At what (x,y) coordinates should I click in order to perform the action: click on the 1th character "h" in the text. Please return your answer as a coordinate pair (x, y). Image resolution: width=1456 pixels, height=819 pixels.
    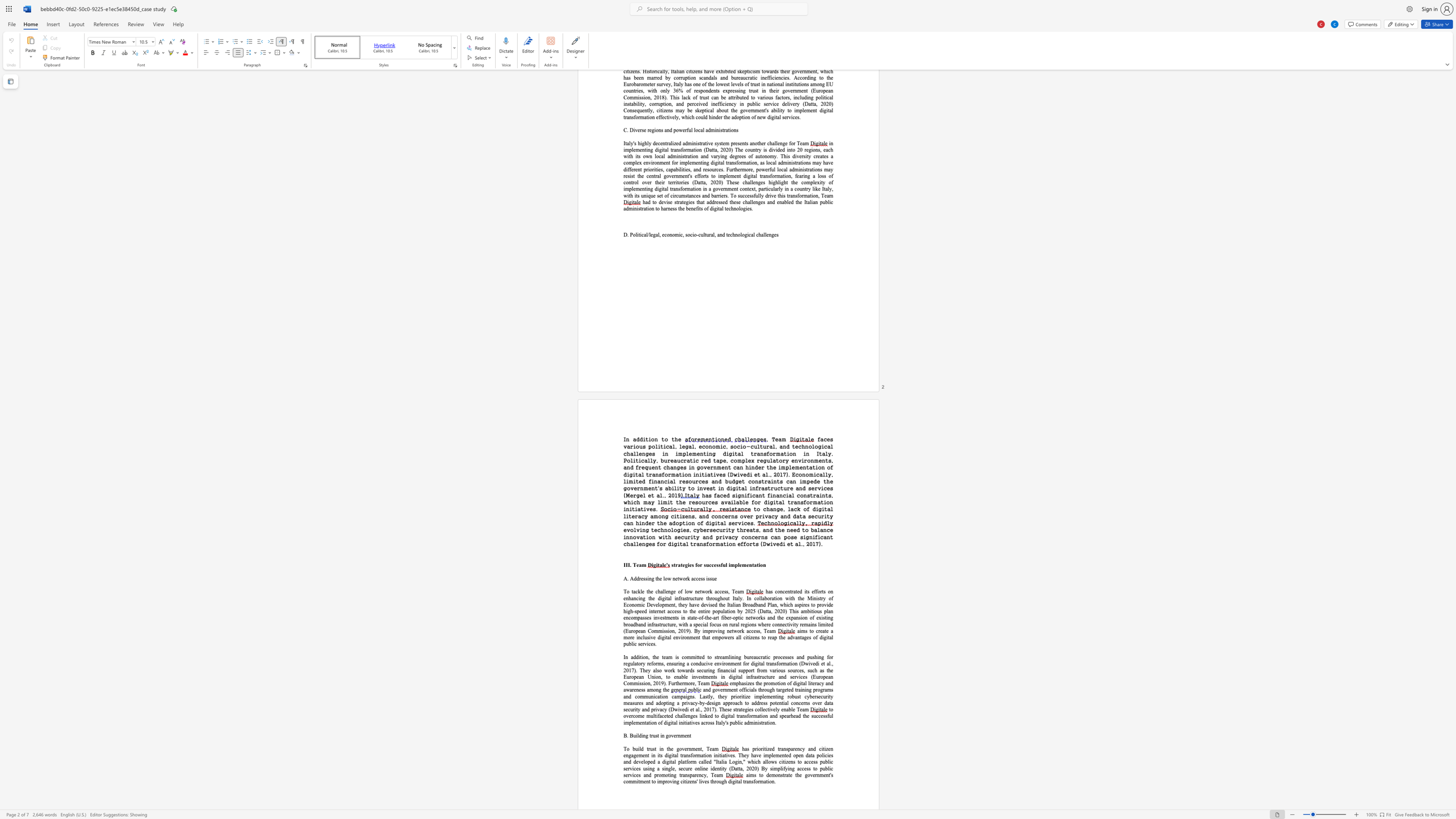
    Looking at the image, I should click on (676, 439).